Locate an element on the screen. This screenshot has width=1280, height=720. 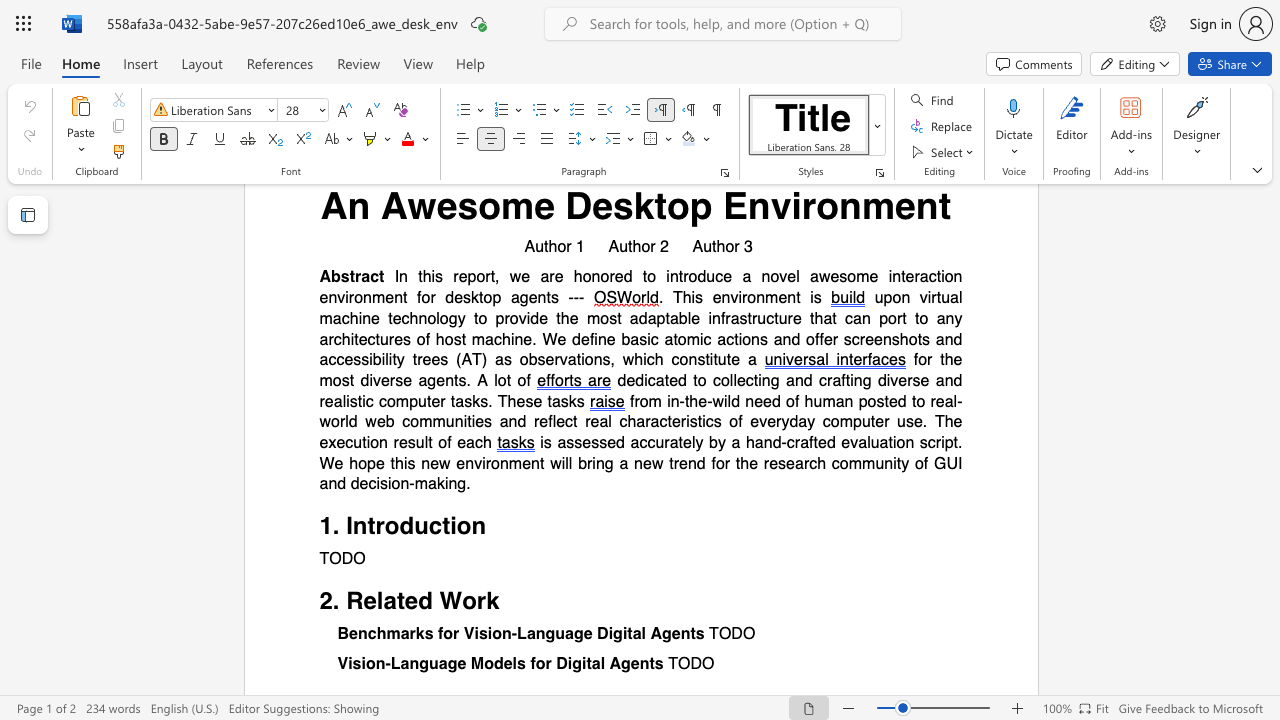
the subset text "op Environmen" within the text "An Awesome Desktop Environment" is located at coordinates (667, 205).